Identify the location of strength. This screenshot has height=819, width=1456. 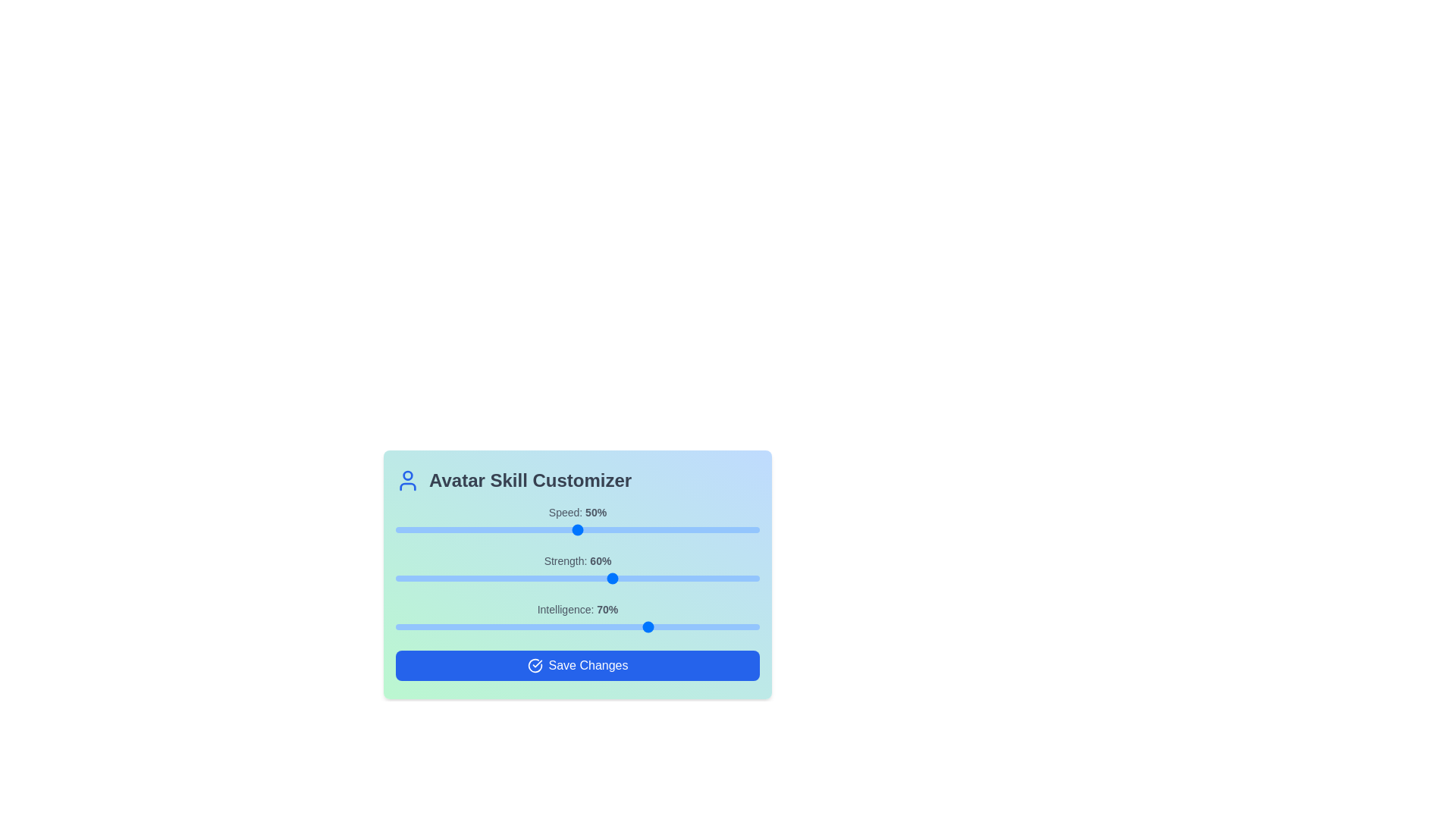
(490, 579).